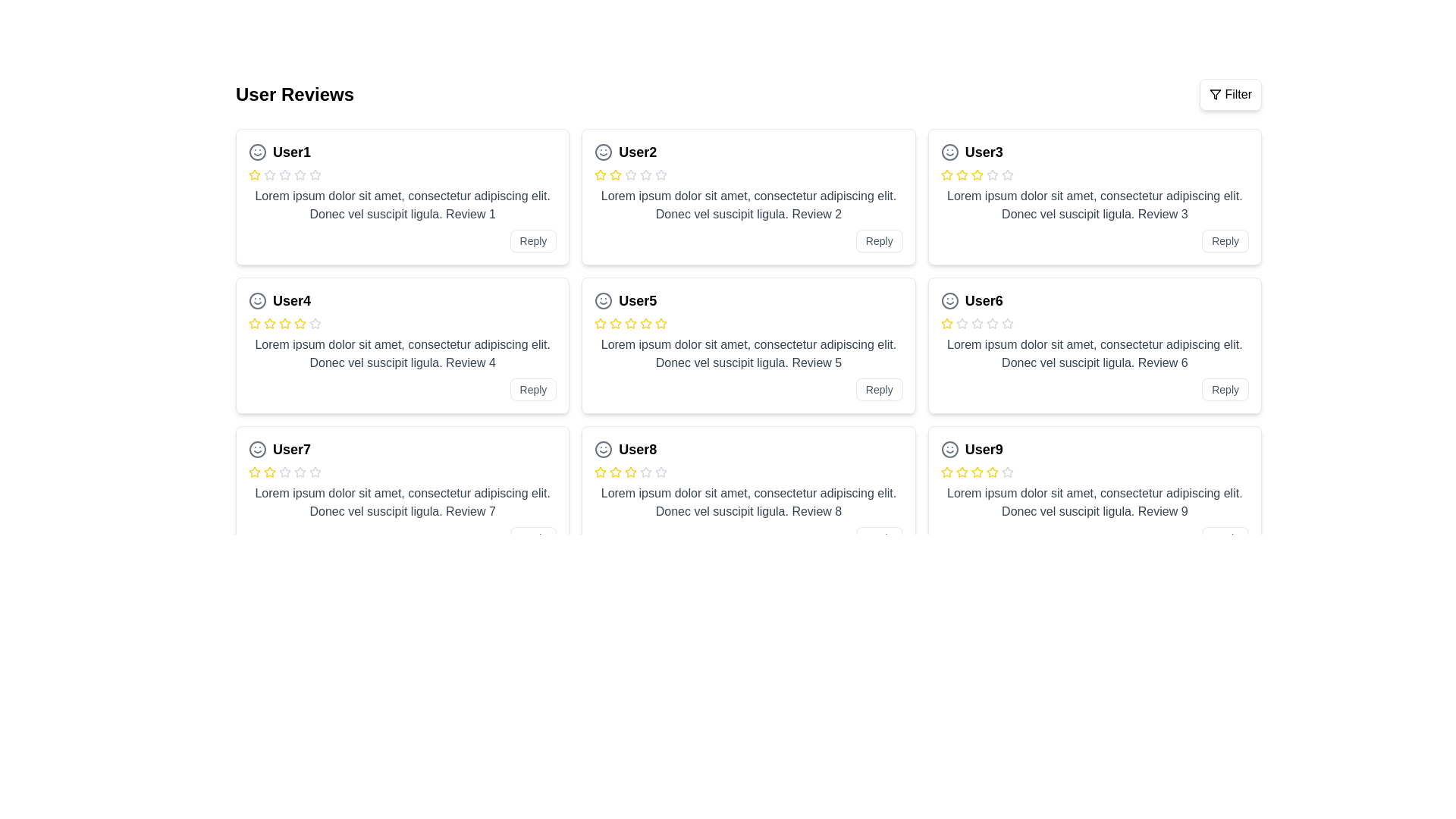 The width and height of the screenshot is (1456, 819). Describe the element at coordinates (1225, 240) in the screenshot. I see `the reply button located at the bottom-right corner of the third review card for 'User3' to change its background` at that location.